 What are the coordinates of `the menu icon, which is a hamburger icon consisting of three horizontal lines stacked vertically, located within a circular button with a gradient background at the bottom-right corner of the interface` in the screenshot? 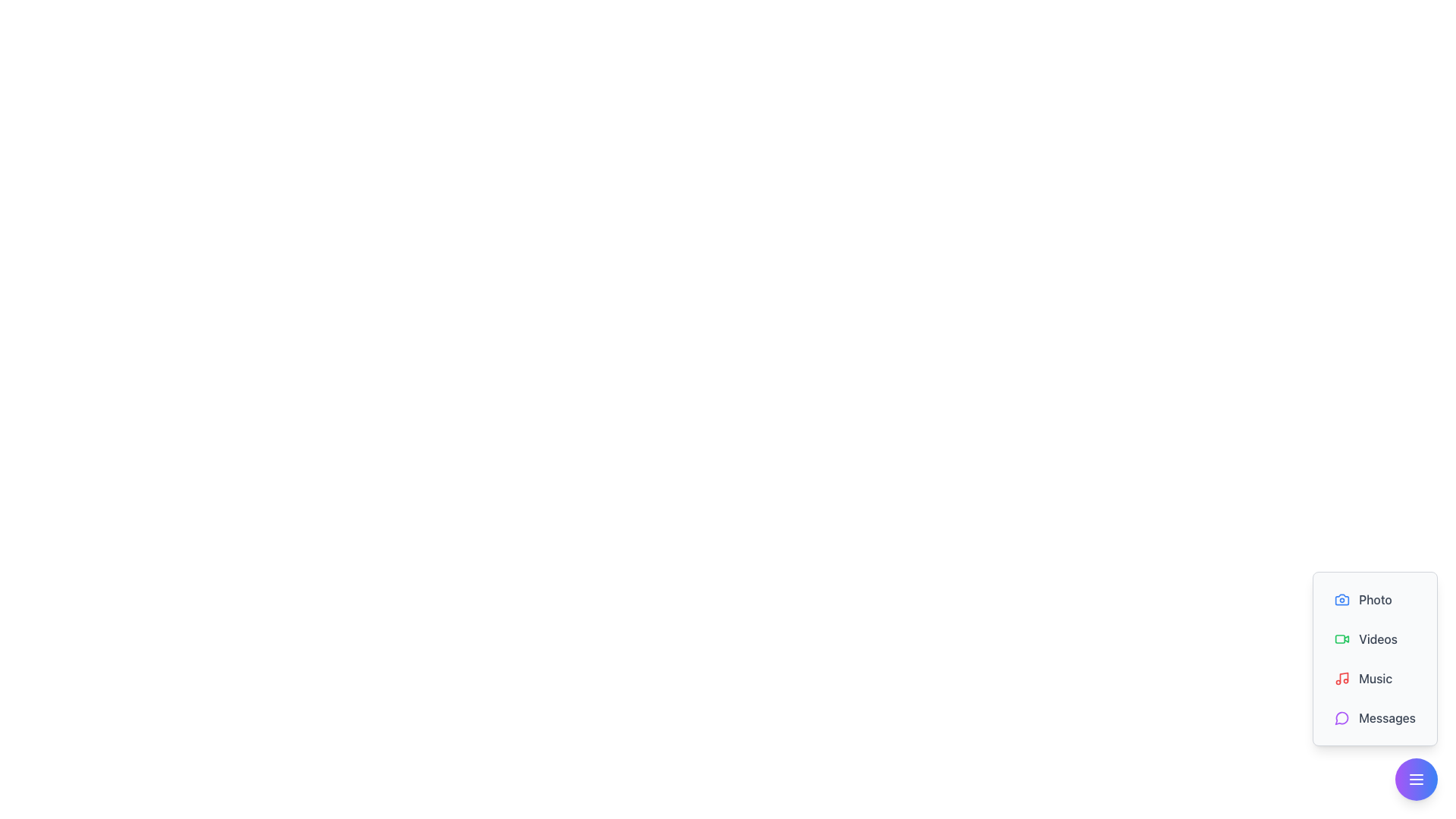 It's located at (1415, 780).